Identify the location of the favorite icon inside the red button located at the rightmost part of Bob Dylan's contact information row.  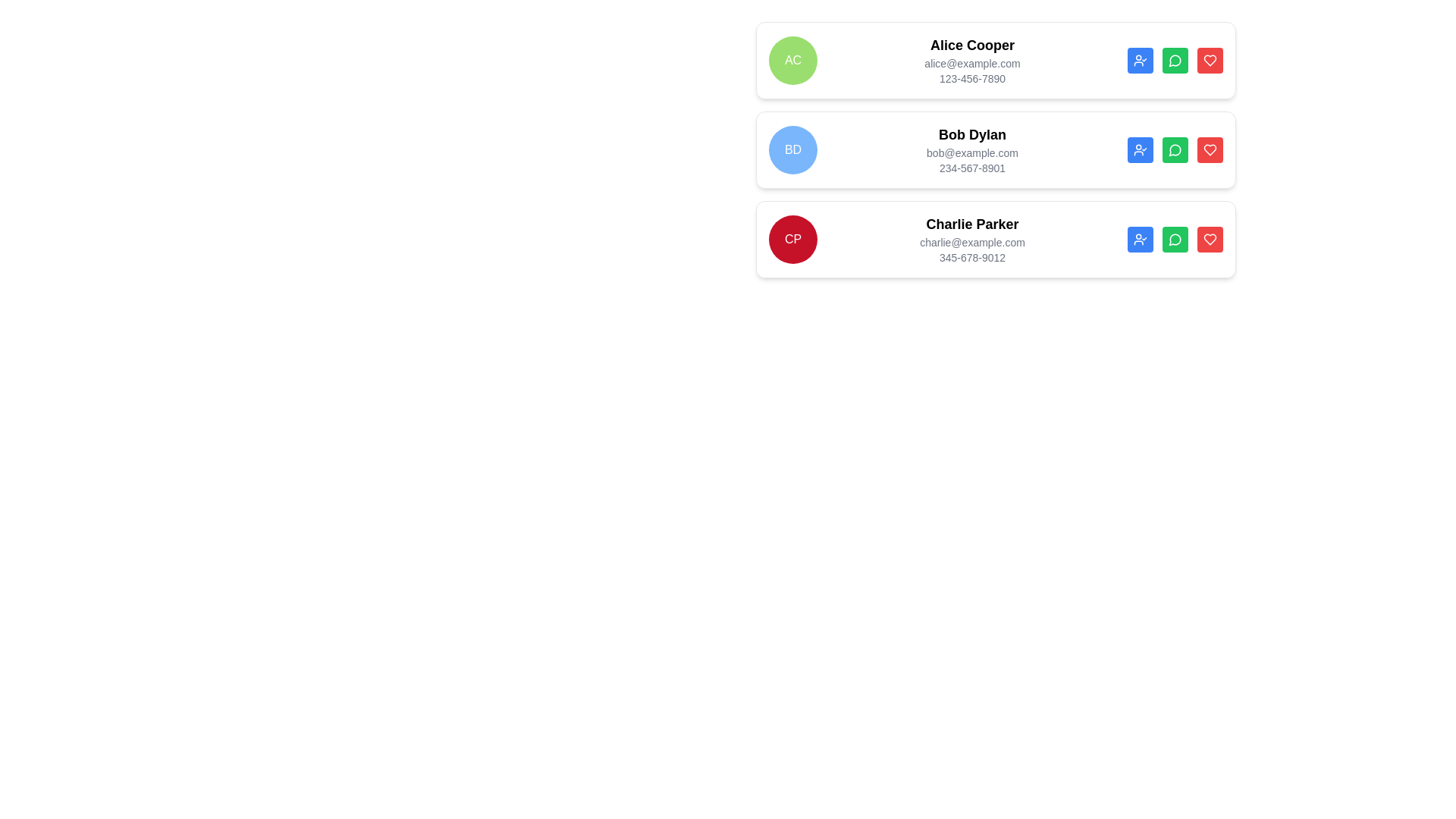
(1210, 149).